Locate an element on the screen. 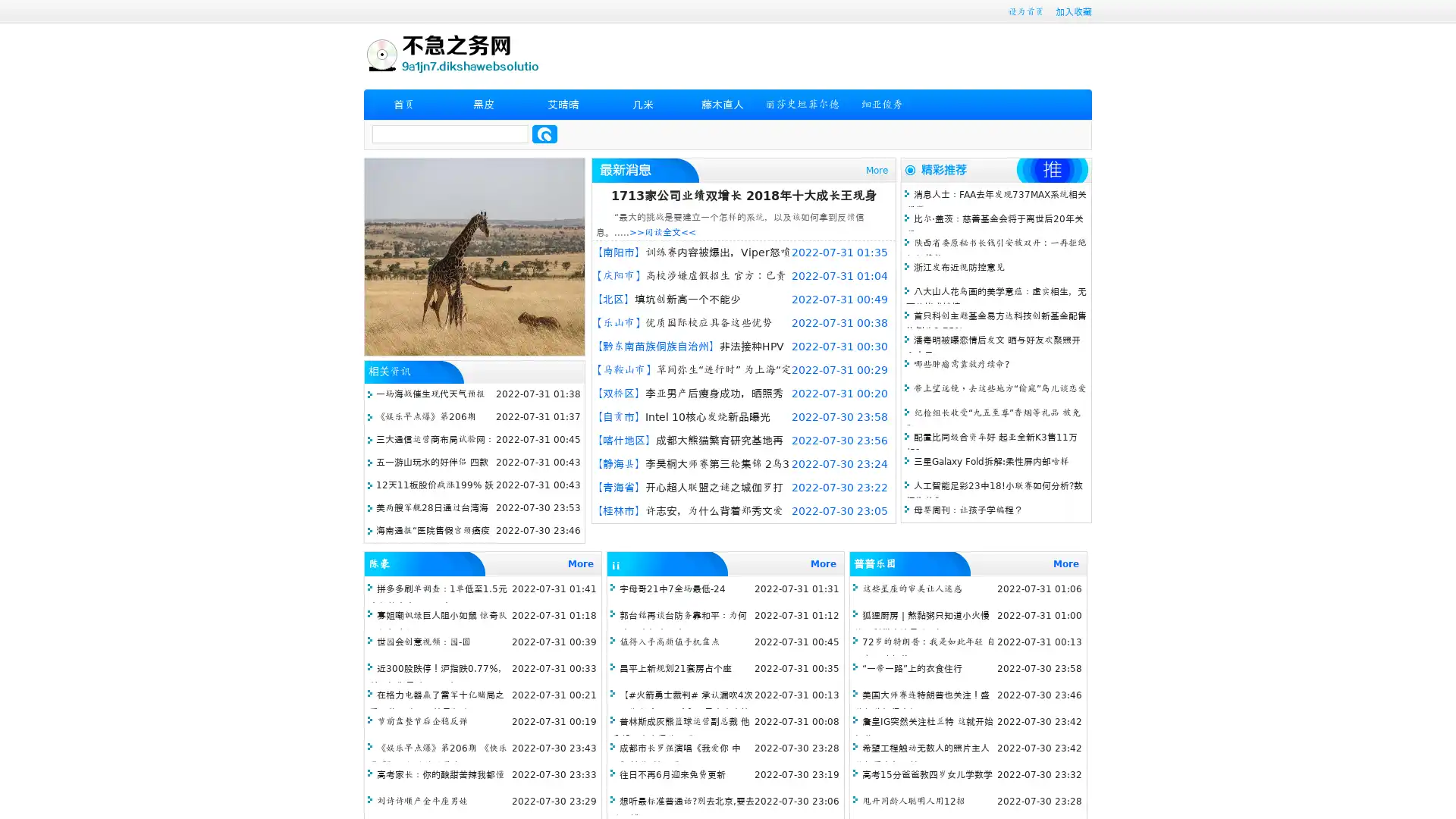  Search is located at coordinates (544, 133).